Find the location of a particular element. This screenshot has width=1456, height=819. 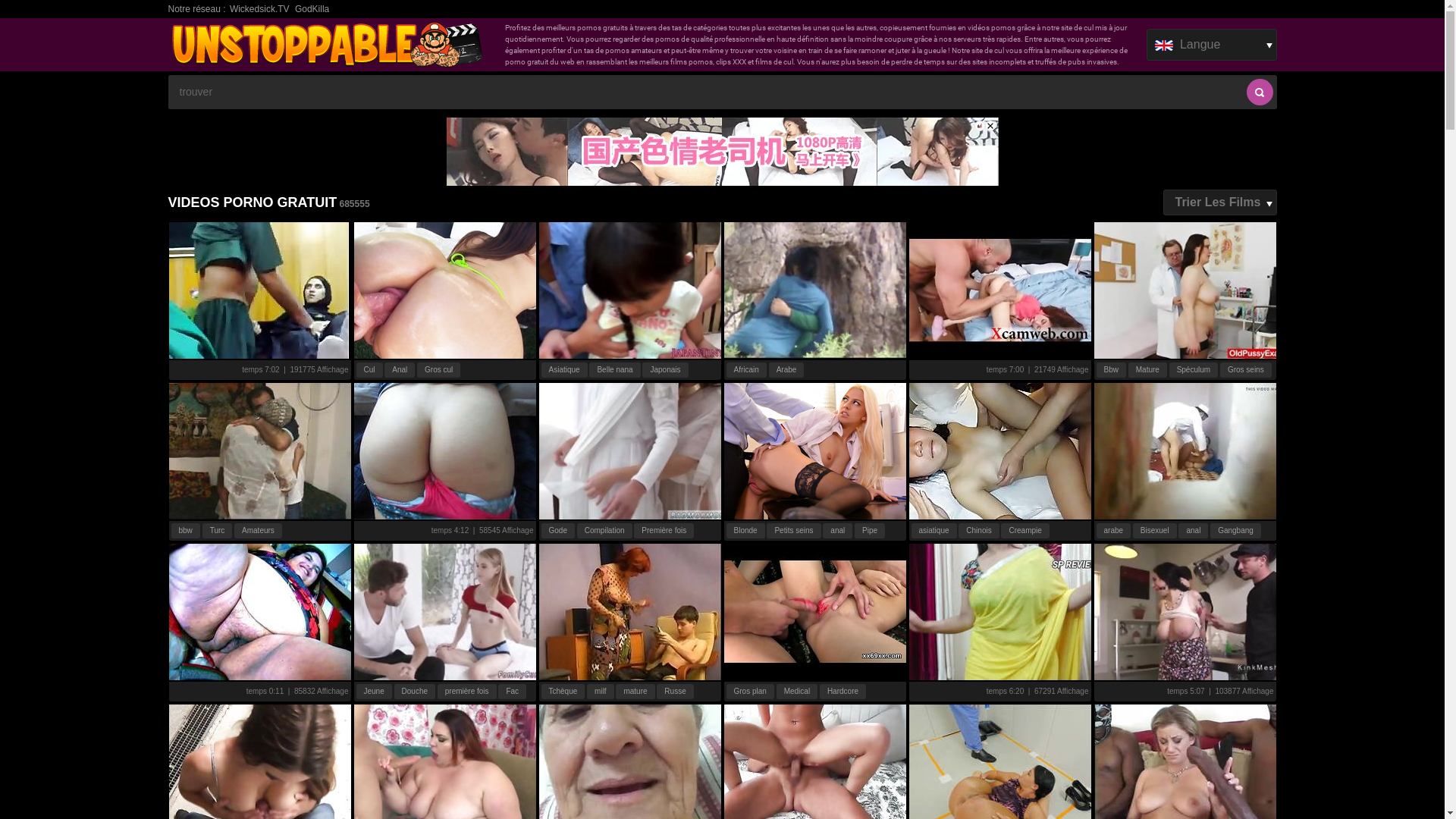

'Russe' is located at coordinates (656, 691).